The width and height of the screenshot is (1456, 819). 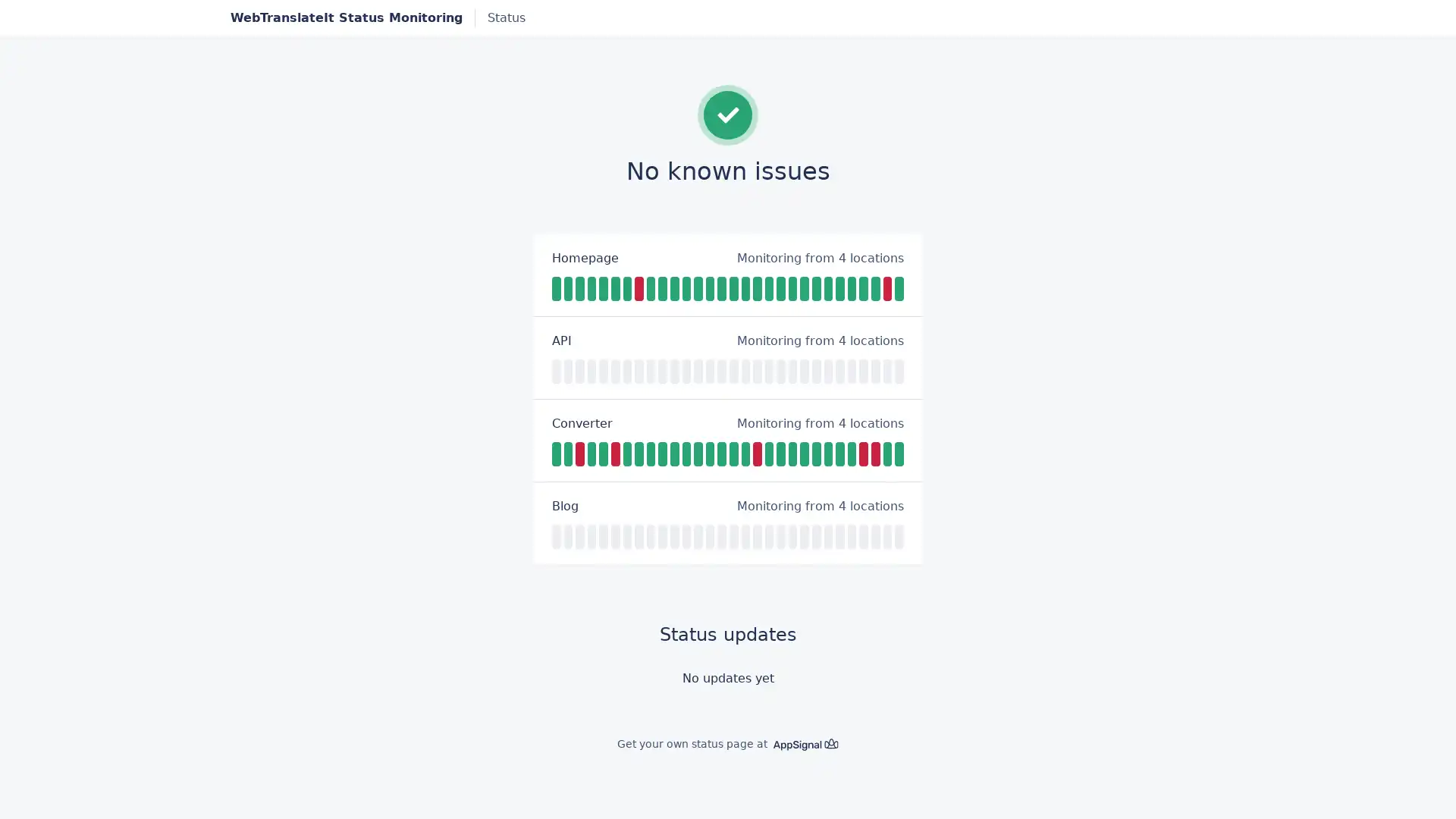 I want to click on API, so click(x=560, y=339).